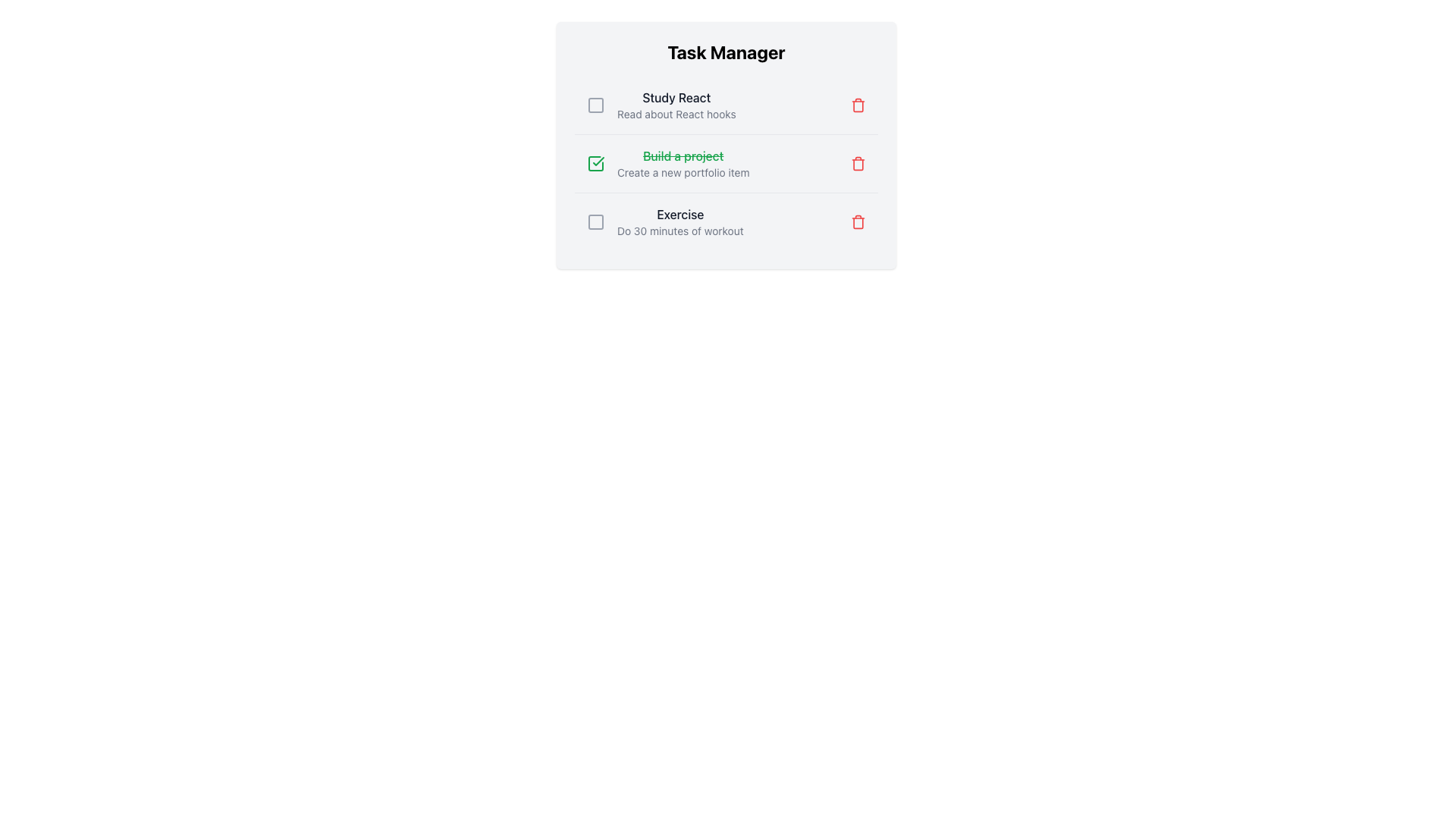  I want to click on the Delete icon button located in the third row of tasks, so click(858, 222).